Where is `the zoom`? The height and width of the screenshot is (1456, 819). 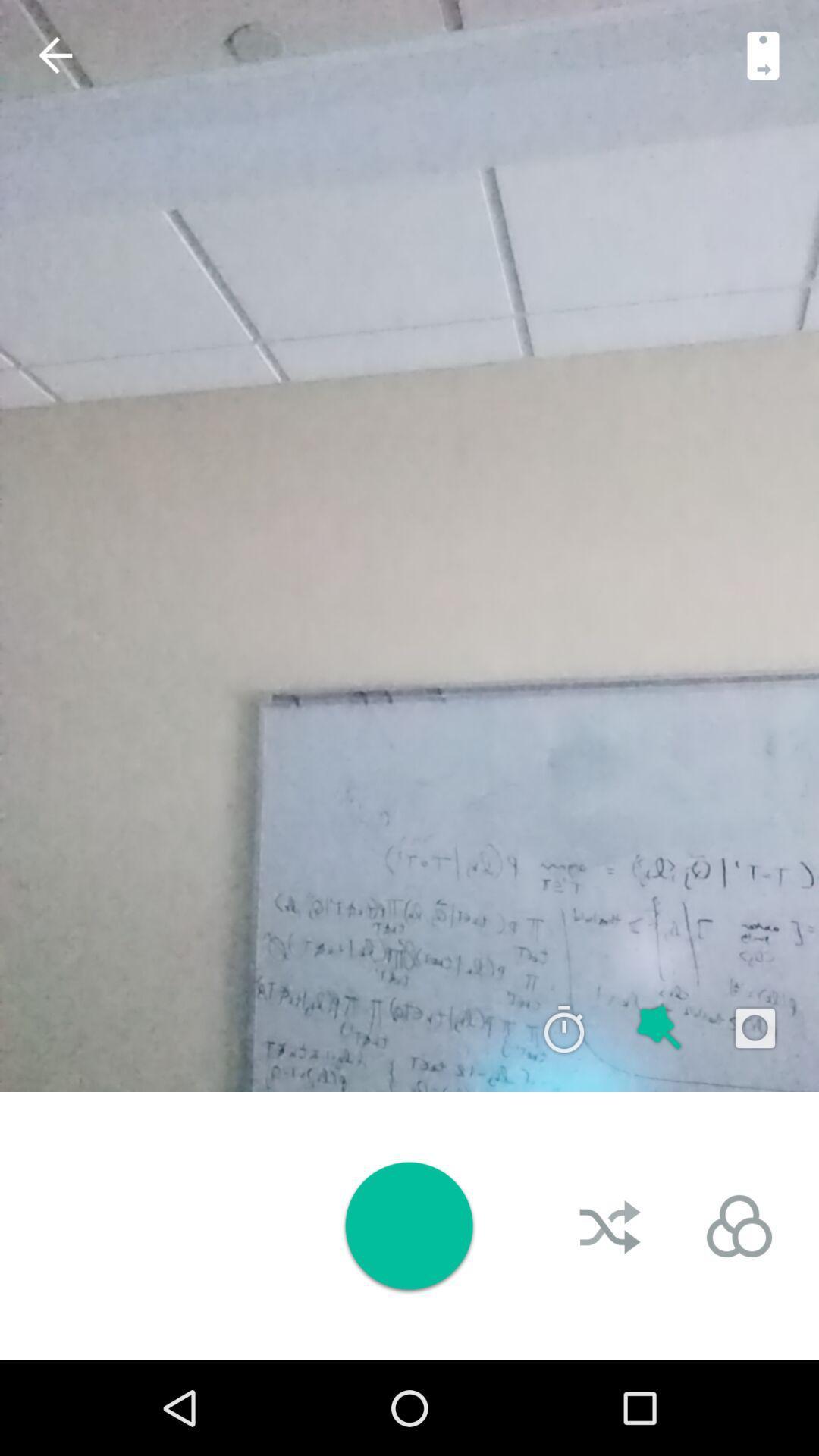
the zoom is located at coordinates (659, 1028).